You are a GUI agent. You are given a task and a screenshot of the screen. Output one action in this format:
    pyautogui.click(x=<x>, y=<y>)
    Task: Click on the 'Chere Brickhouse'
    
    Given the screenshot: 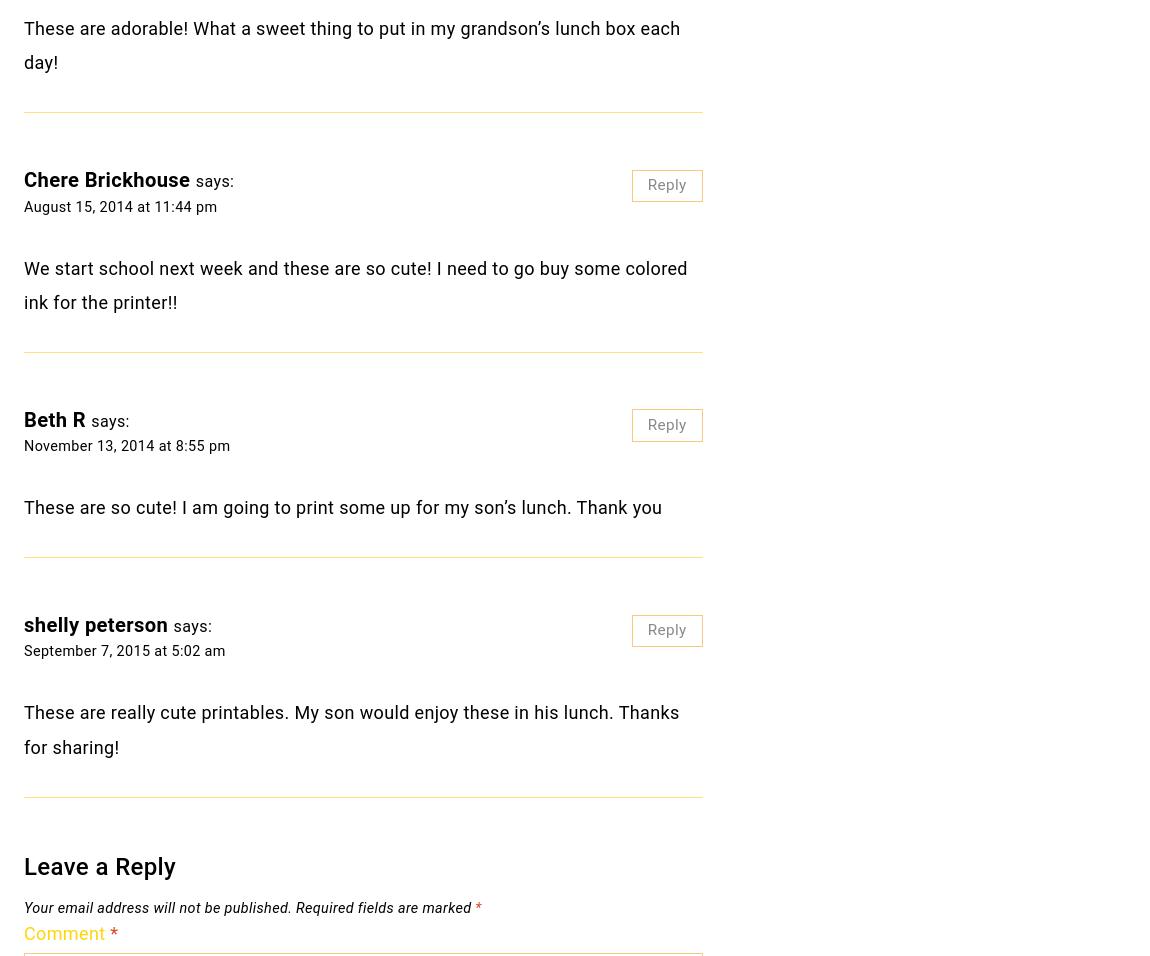 What is the action you would take?
    pyautogui.click(x=23, y=180)
    